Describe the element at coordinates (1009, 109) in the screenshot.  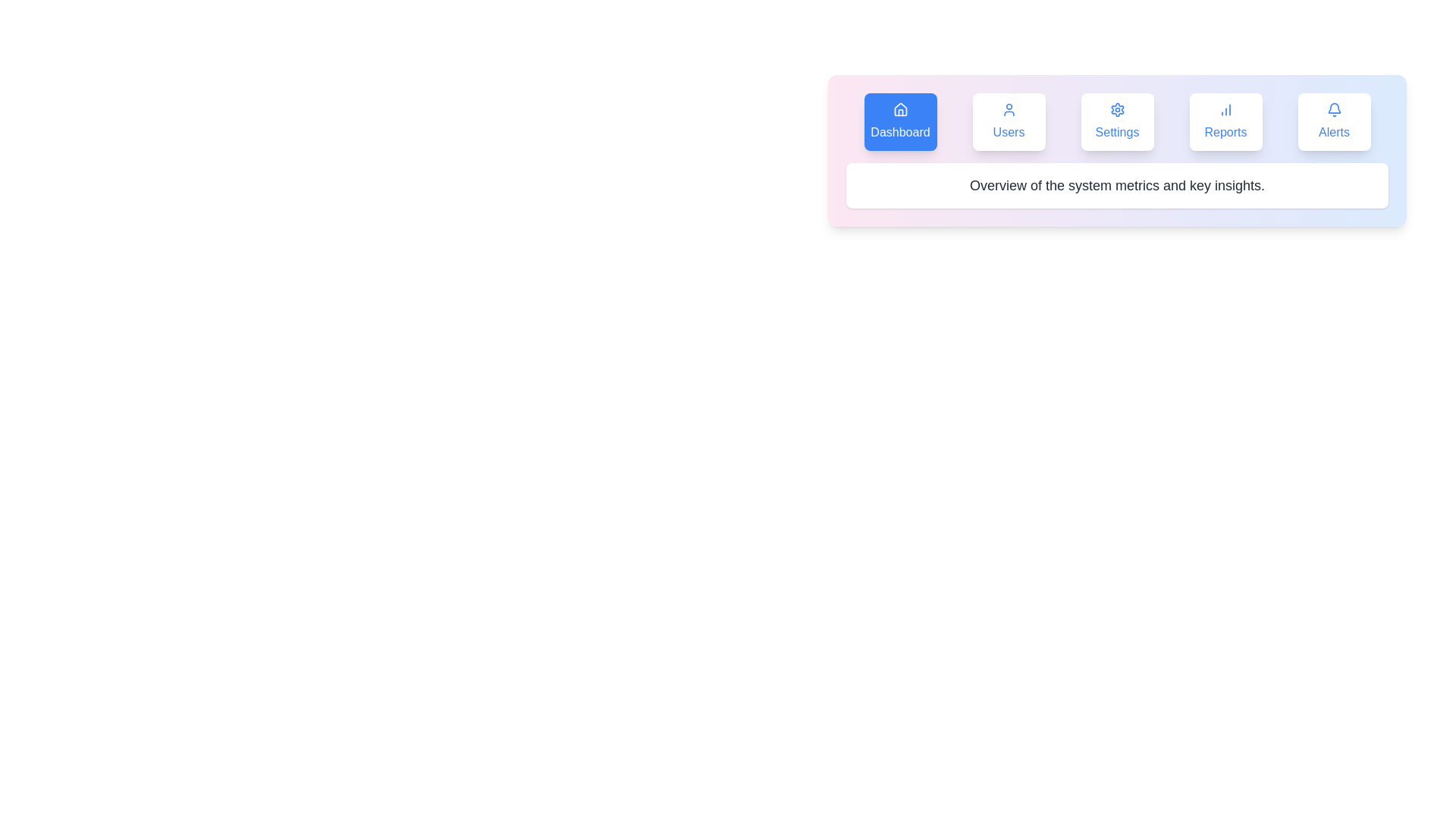
I see `the user icon located within the 'Users' button on the navigation bar` at that location.